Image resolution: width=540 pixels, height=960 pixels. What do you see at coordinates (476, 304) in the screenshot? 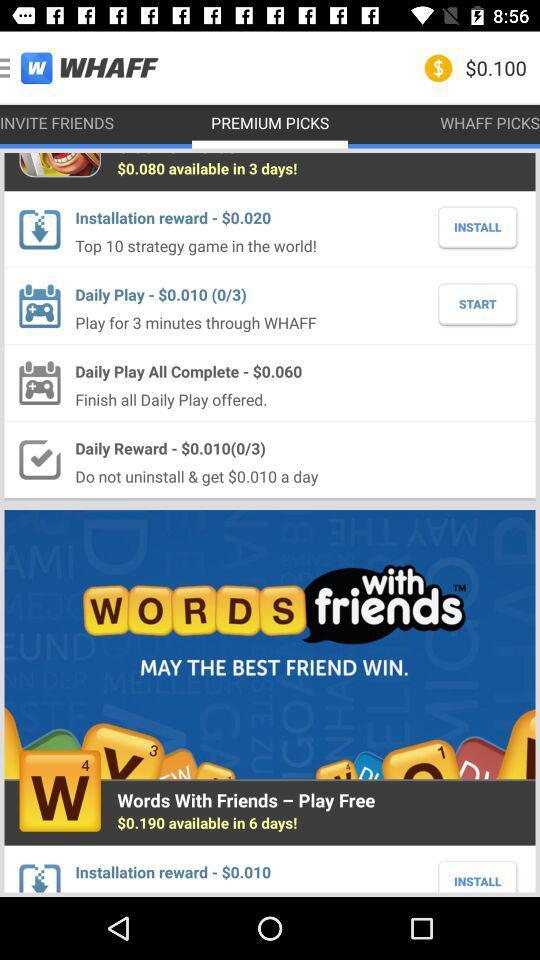
I see `the item to the right of the play for 3 icon` at bounding box center [476, 304].